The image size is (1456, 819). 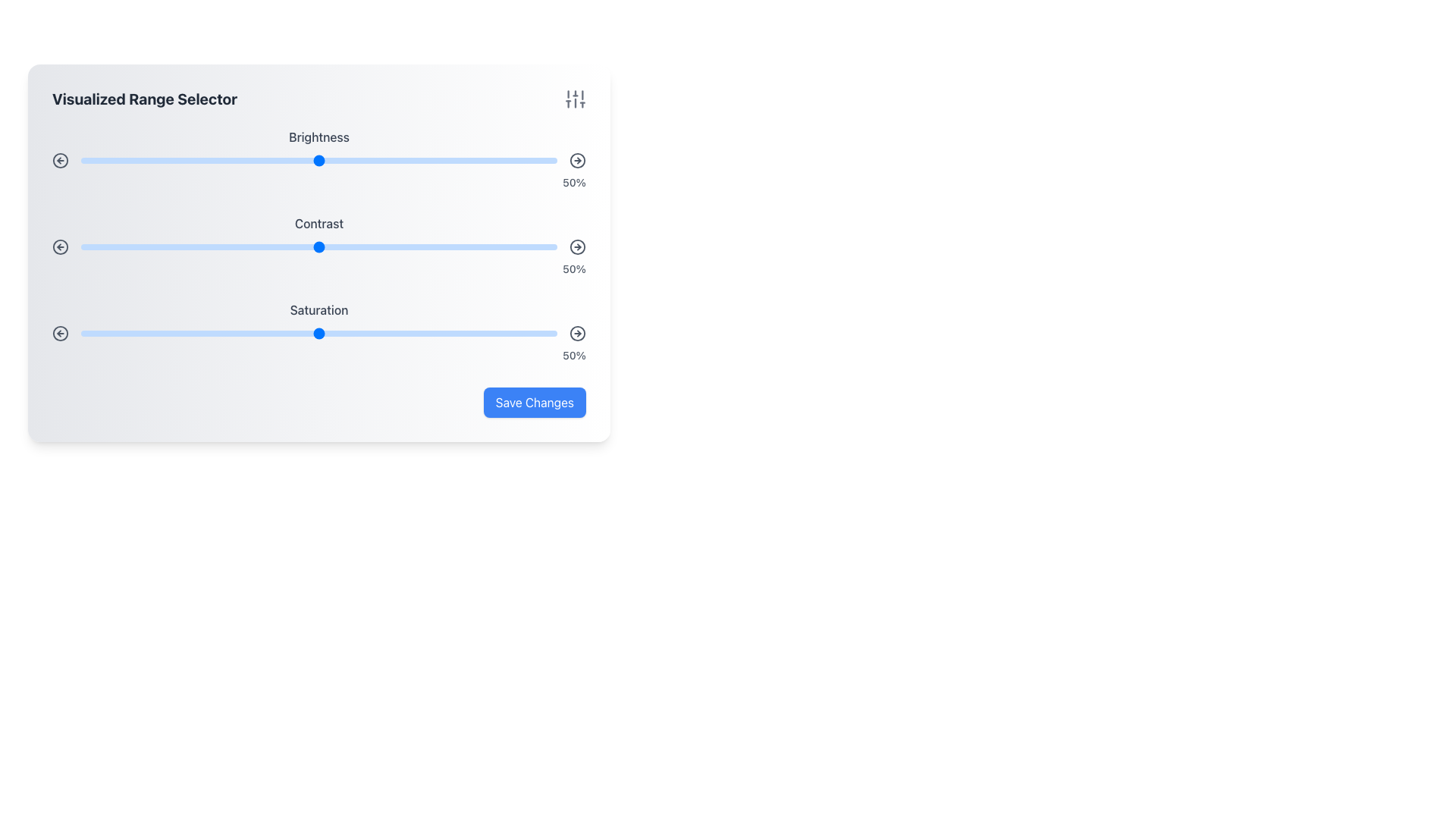 I want to click on the slider value, so click(x=342, y=332).